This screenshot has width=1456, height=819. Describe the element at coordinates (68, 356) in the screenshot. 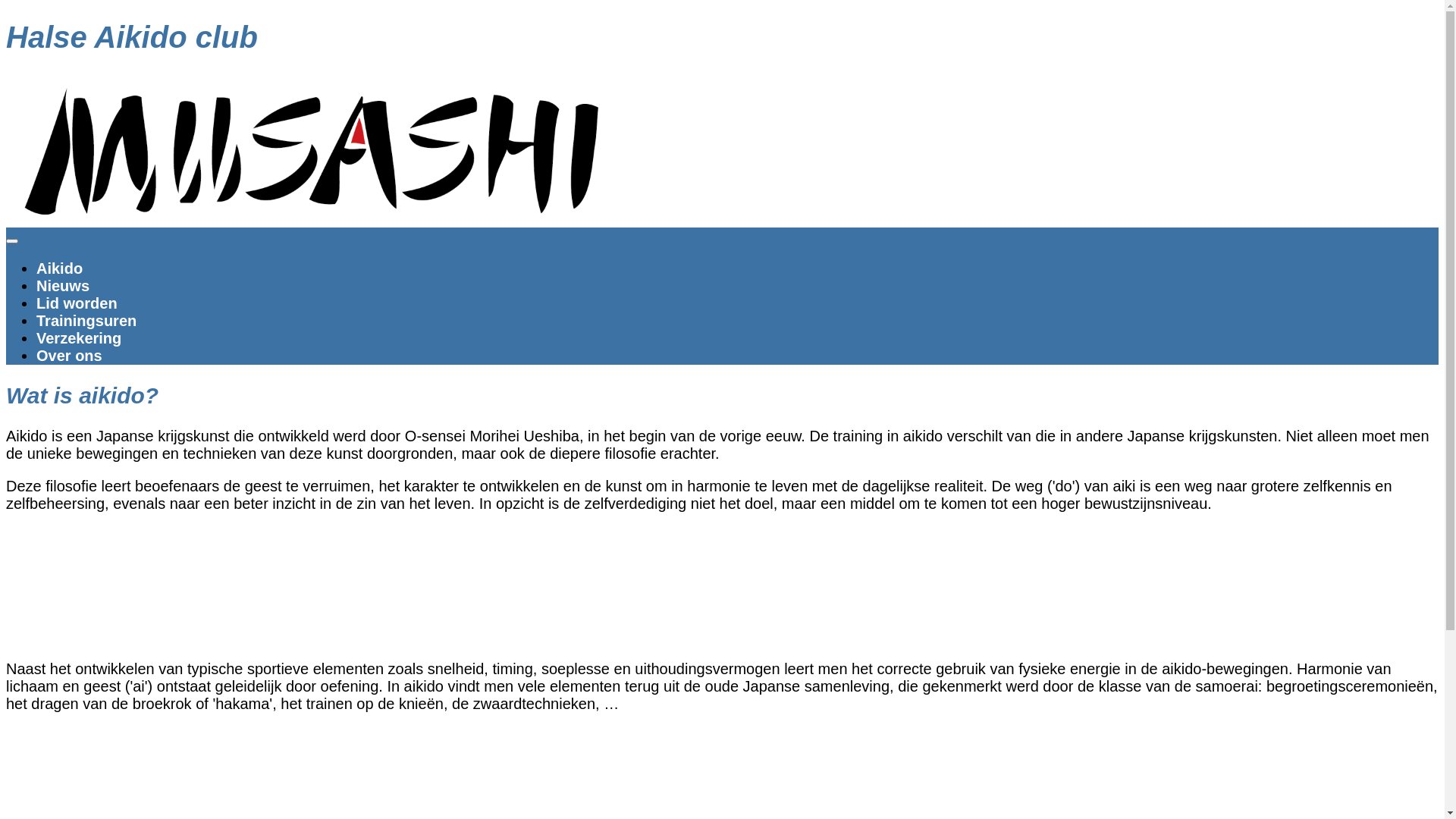

I see `'Over ons'` at that location.